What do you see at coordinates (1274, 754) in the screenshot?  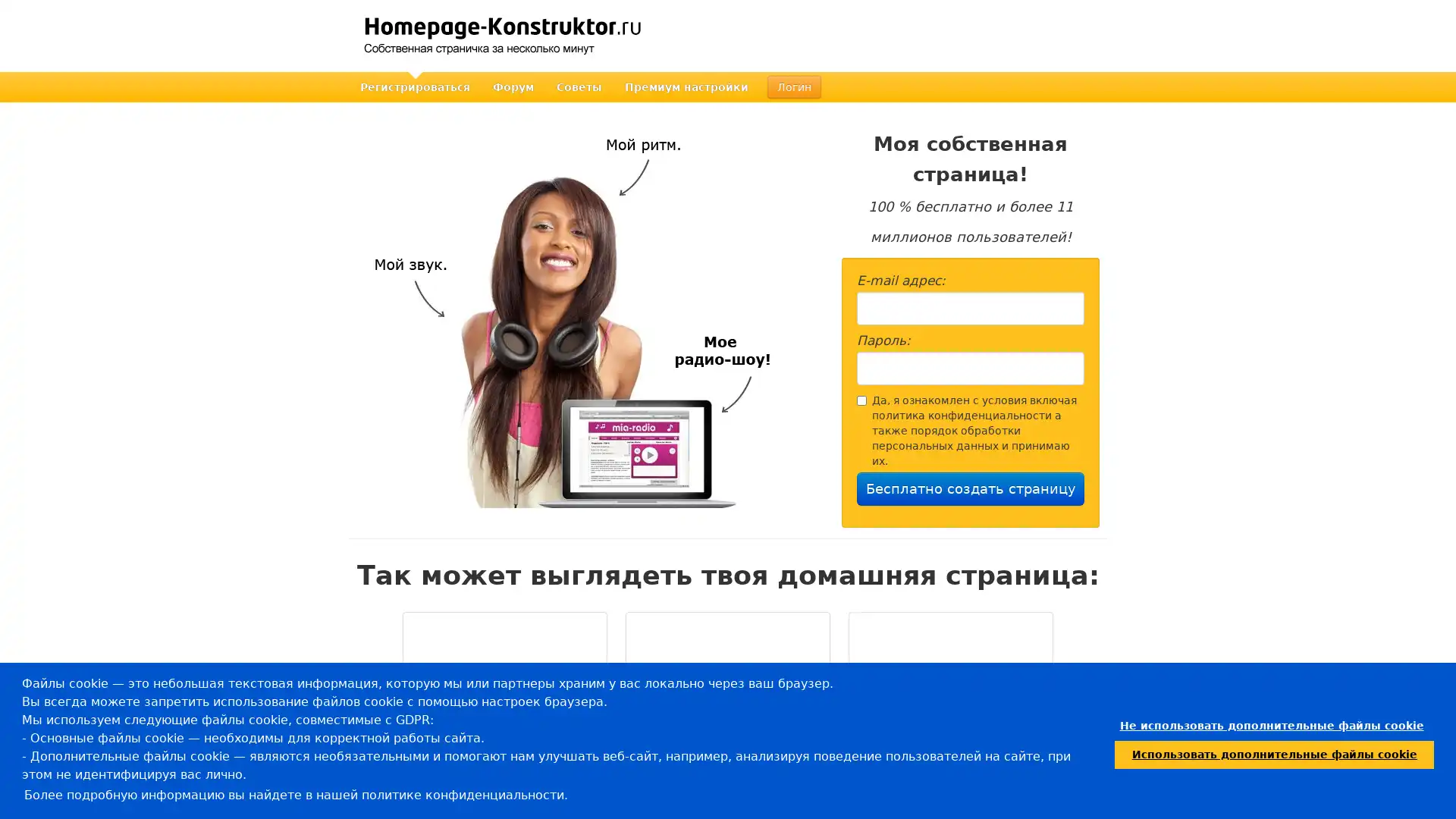 I see `allow cookies` at bounding box center [1274, 754].